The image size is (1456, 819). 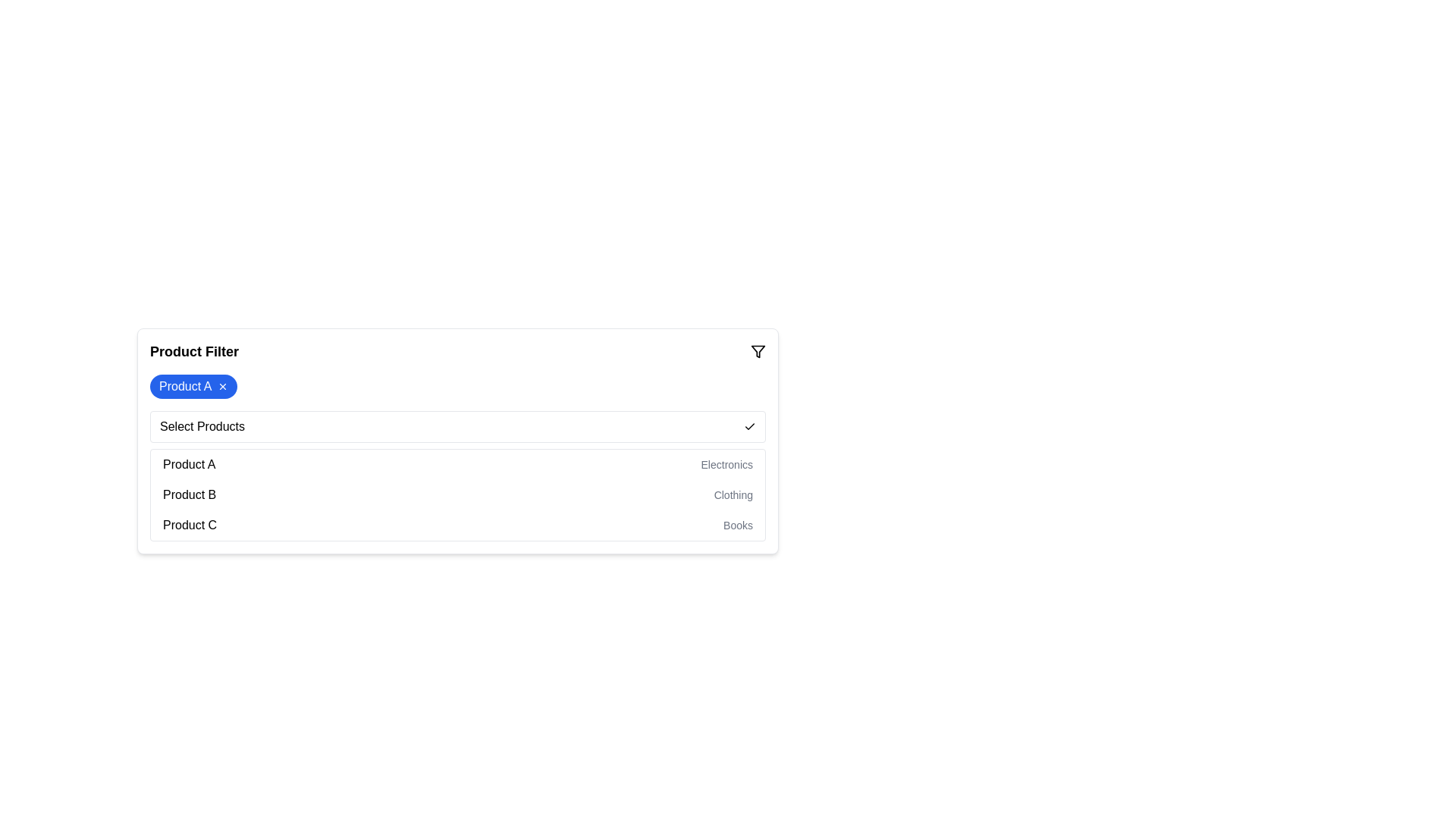 What do you see at coordinates (457, 441) in the screenshot?
I see `an item from the dropdown menu in the product filter box located beneath the 'Product Filter' header` at bounding box center [457, 441].